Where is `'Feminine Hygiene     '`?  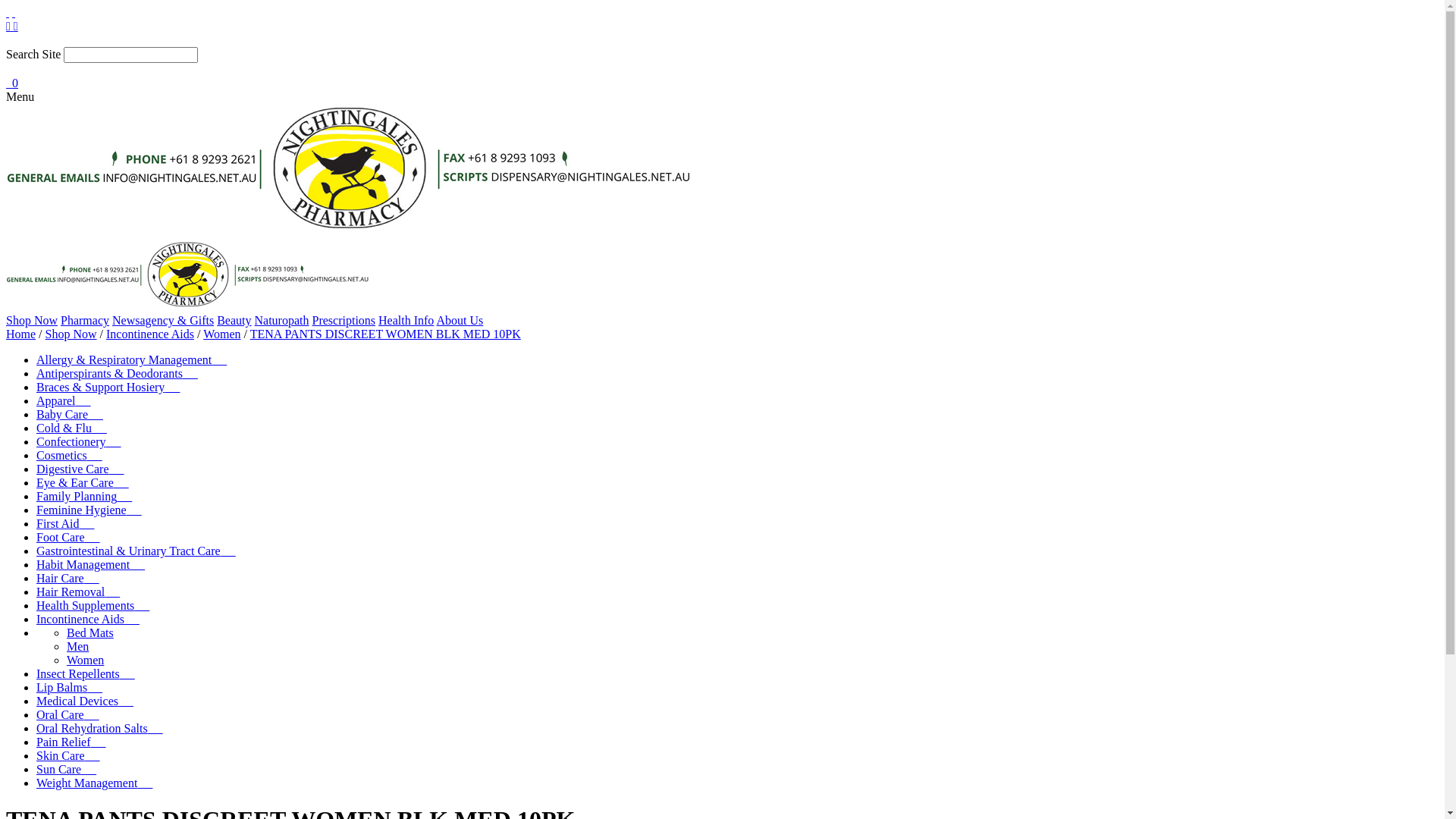
'Feminine Hygiene     ' is located at coordinates (88, 510).